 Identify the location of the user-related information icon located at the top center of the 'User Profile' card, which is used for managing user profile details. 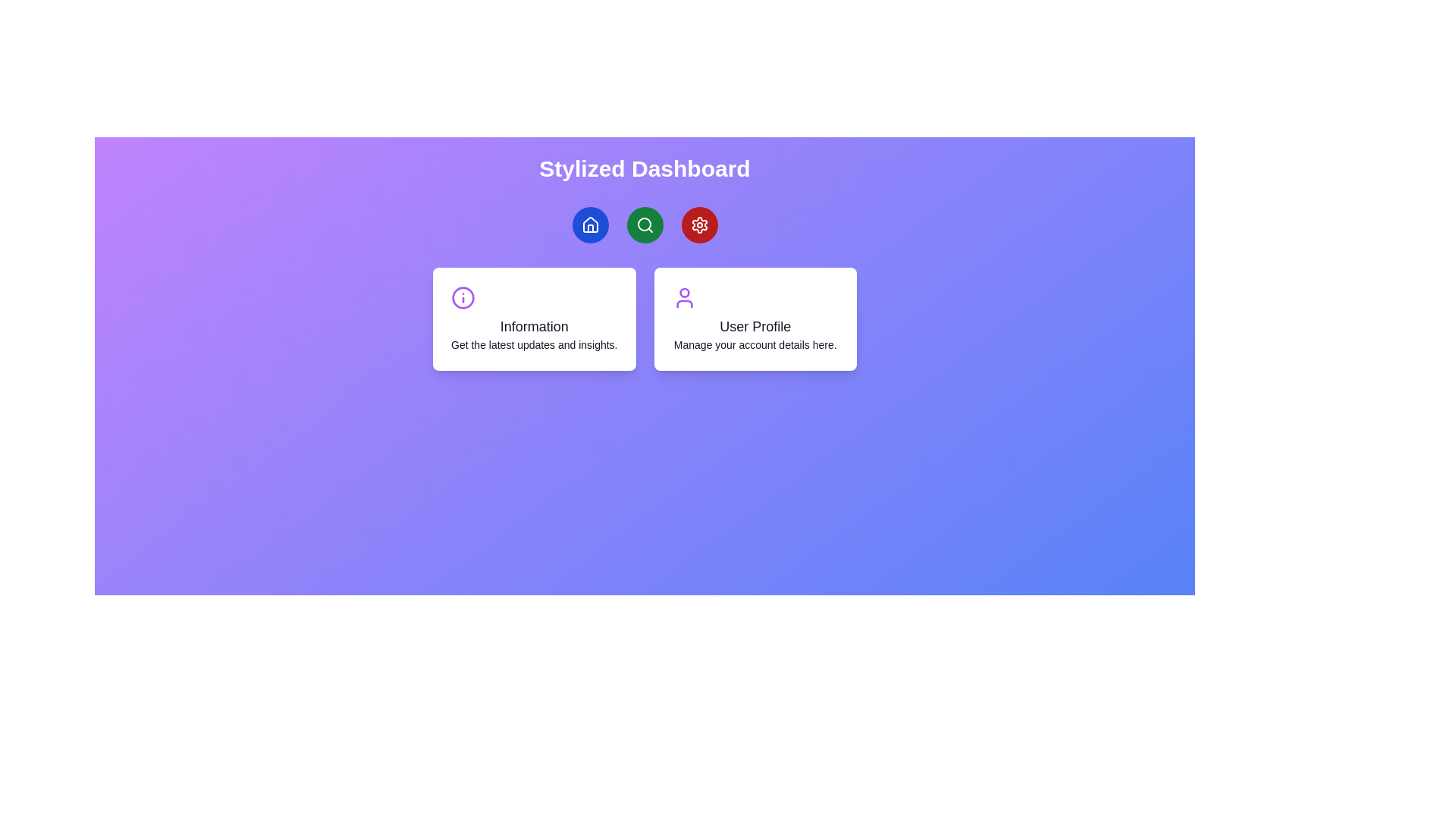
(683, 298).